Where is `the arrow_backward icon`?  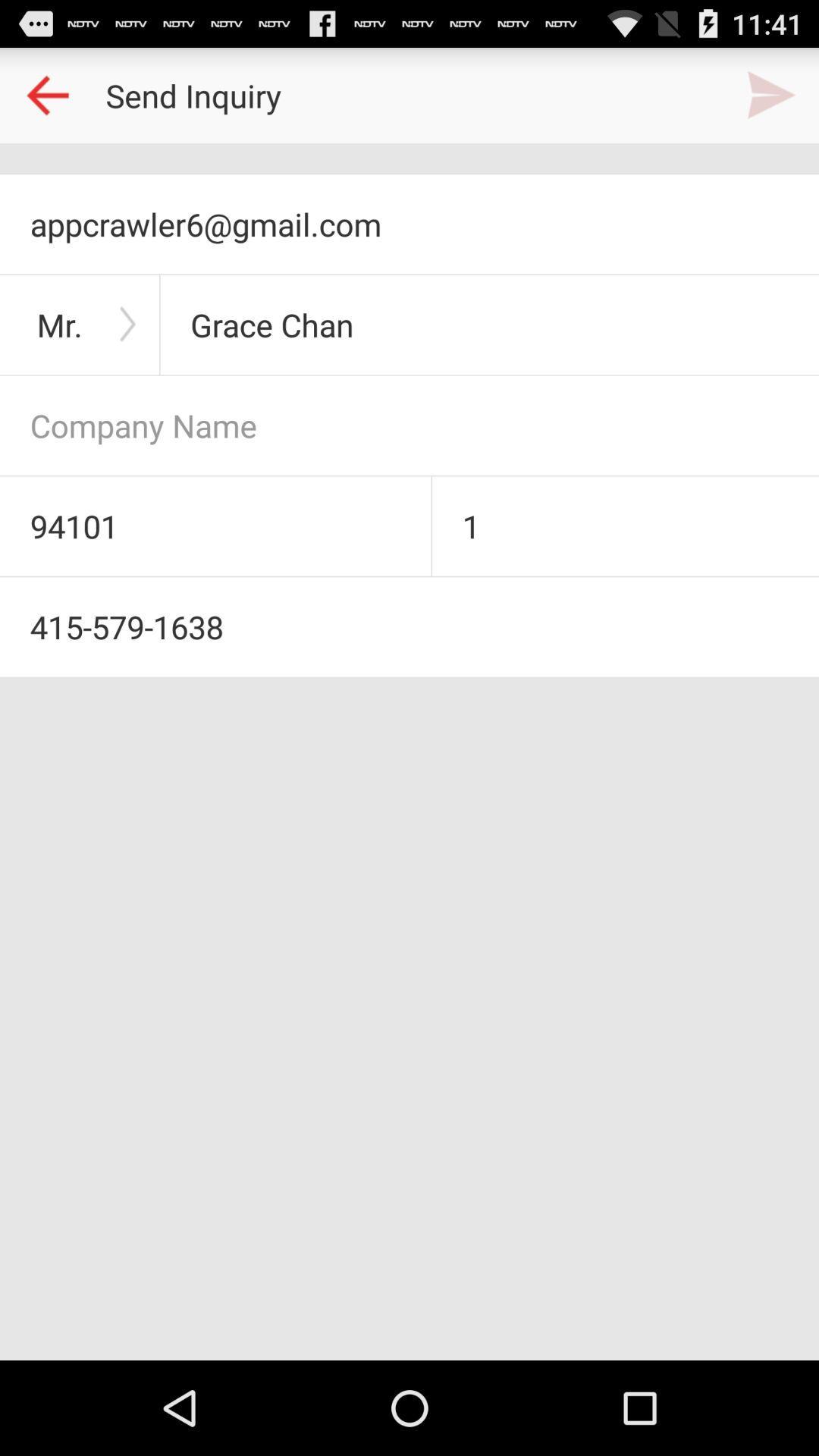
the arrow_backward icon is located at coordinates (46, 101).